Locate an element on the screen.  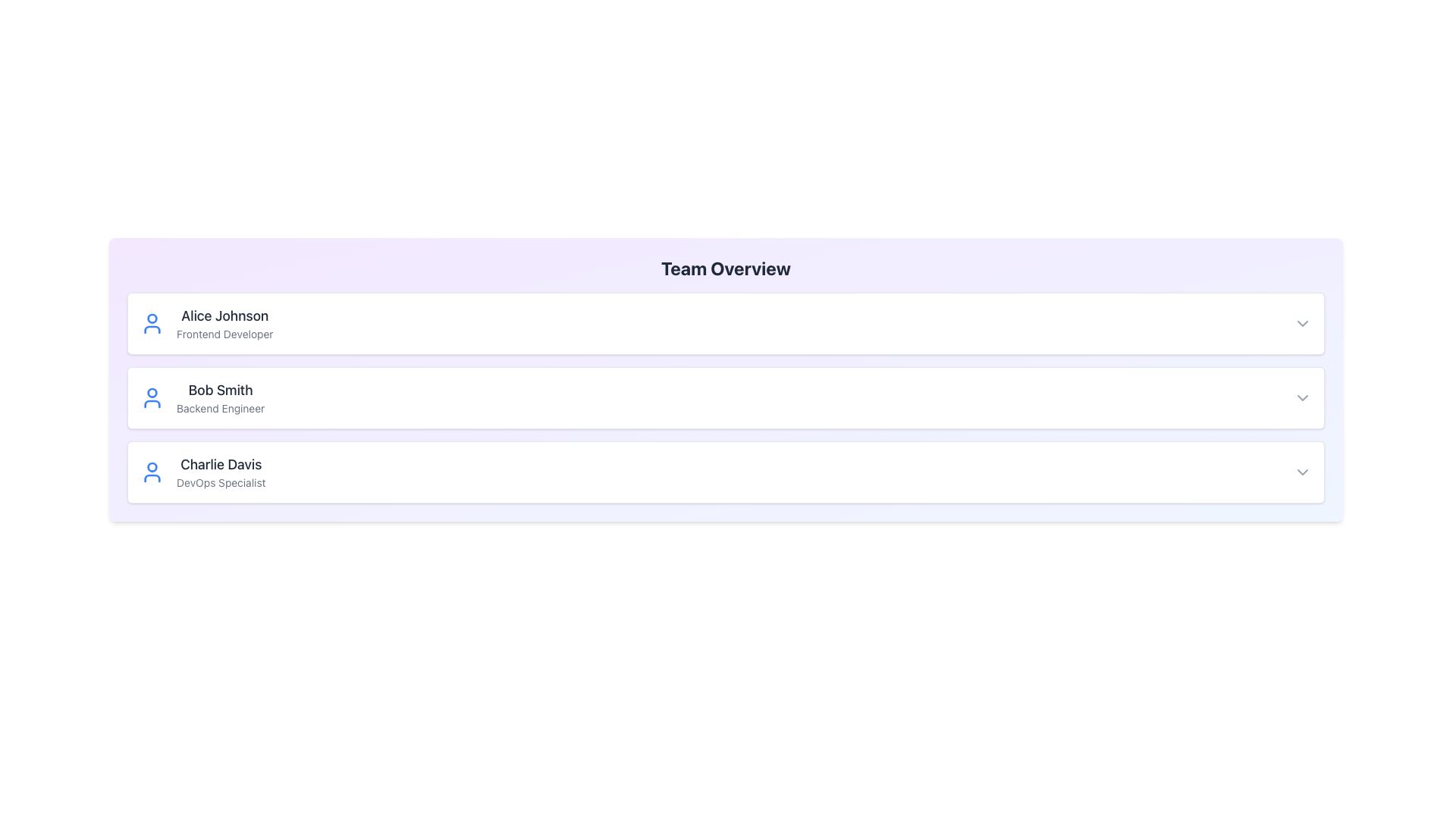
the chevron-down icon on the rightmost side of the row associated with 'Alice Johnson, Frontend Developer' is located at coordinates (1302, 323).